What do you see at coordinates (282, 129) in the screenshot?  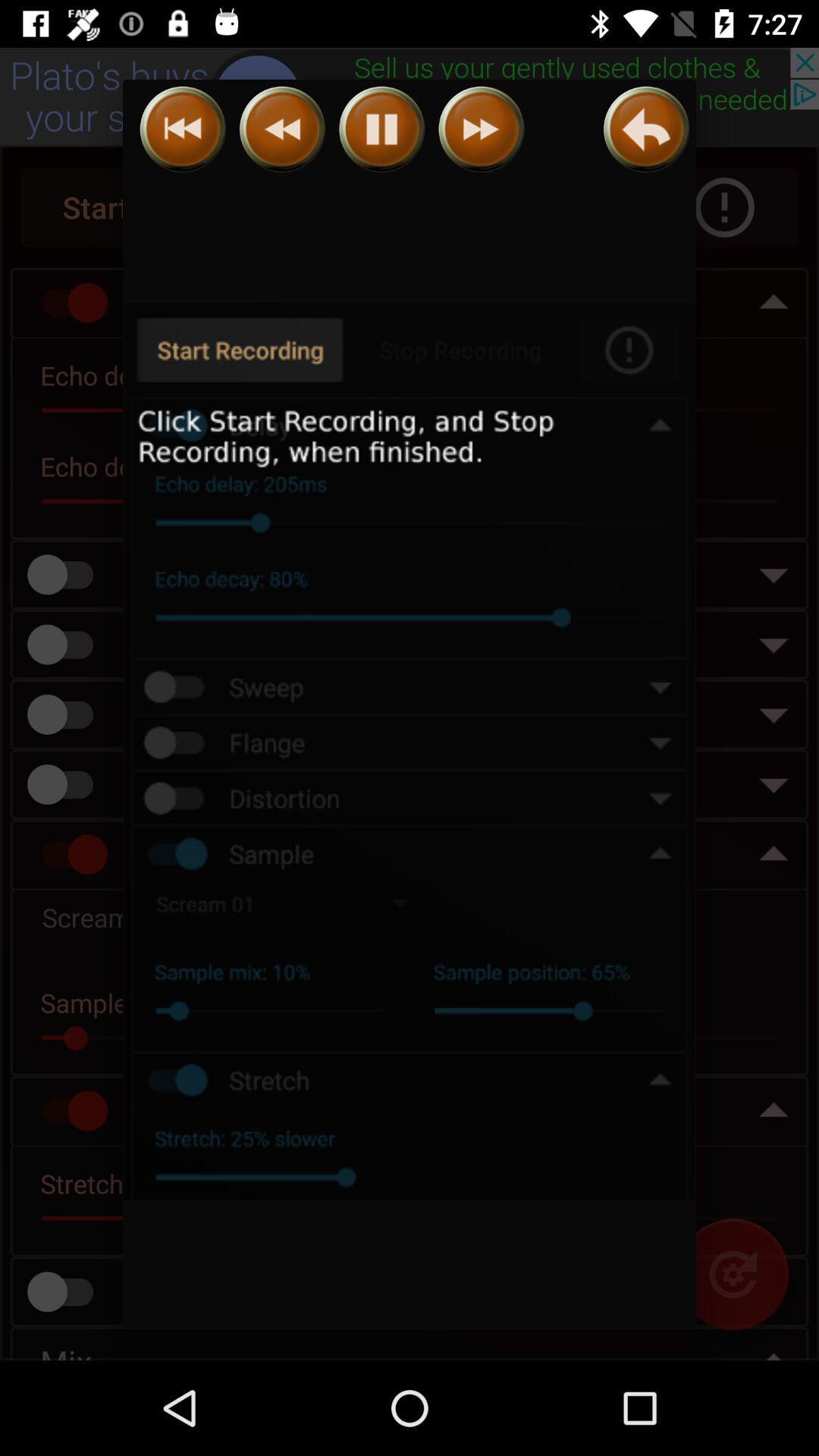 I see `slower` at bounding box center [282, 129].